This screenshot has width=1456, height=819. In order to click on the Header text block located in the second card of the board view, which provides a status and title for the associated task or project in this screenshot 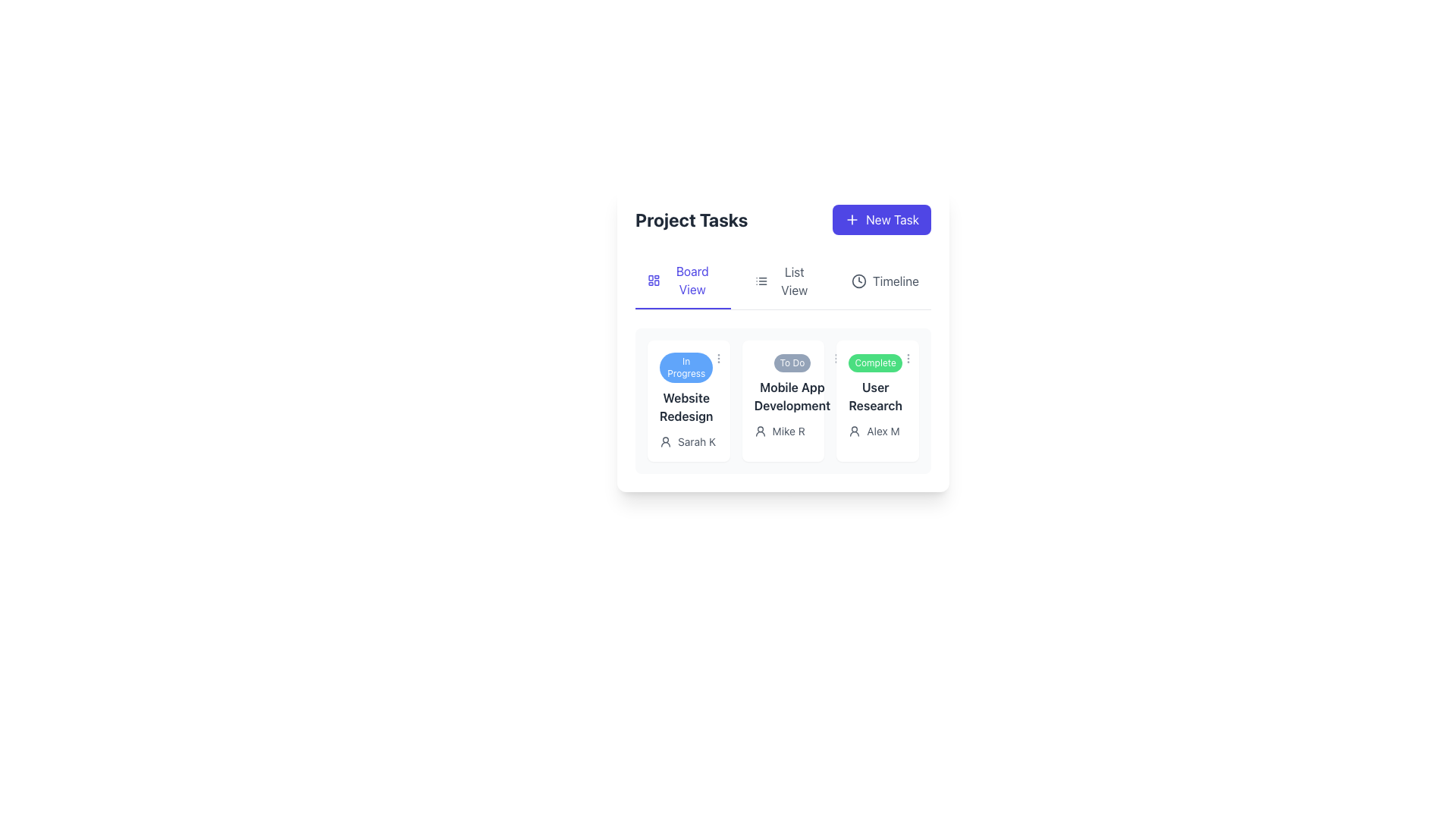, I will do `click(783, 382)`.